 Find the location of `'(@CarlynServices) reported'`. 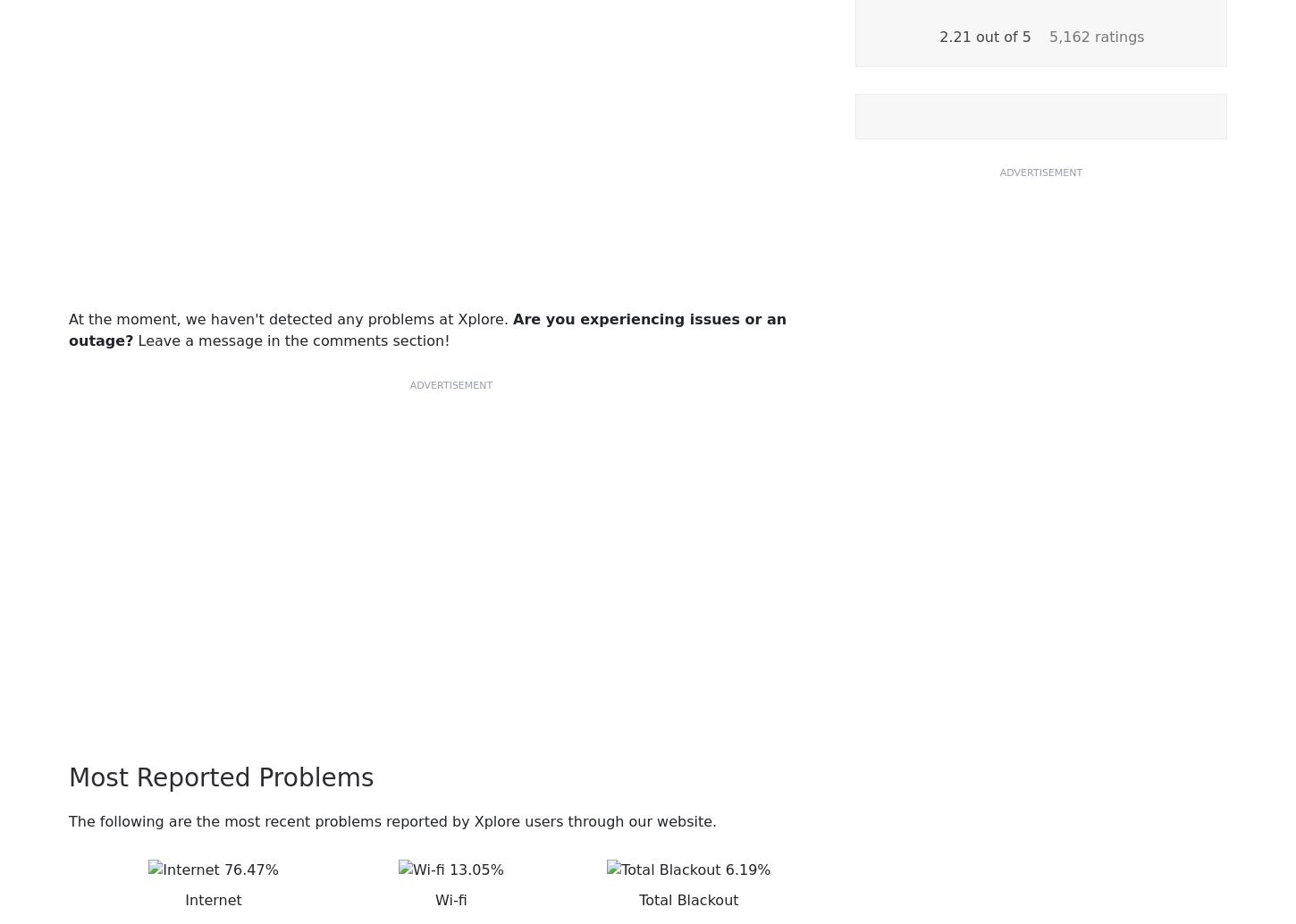

'(@CarlynServices) reported' is located at coordinates (287, 377).